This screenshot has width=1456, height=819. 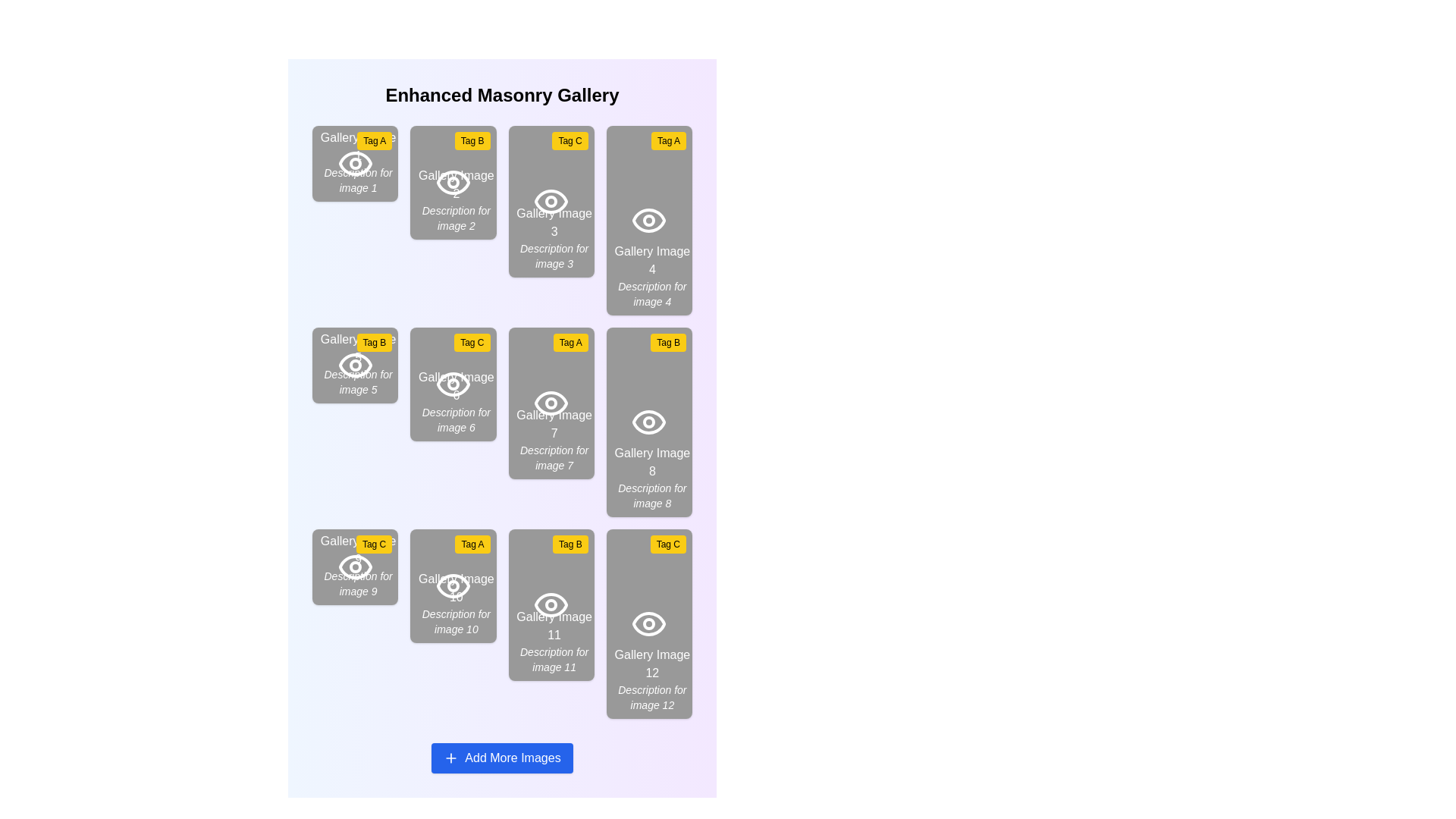 I want to click on the small circular icon located within the eye-shaped icon of the 'Gallery Image 8' card, so click(x=649, y=422).